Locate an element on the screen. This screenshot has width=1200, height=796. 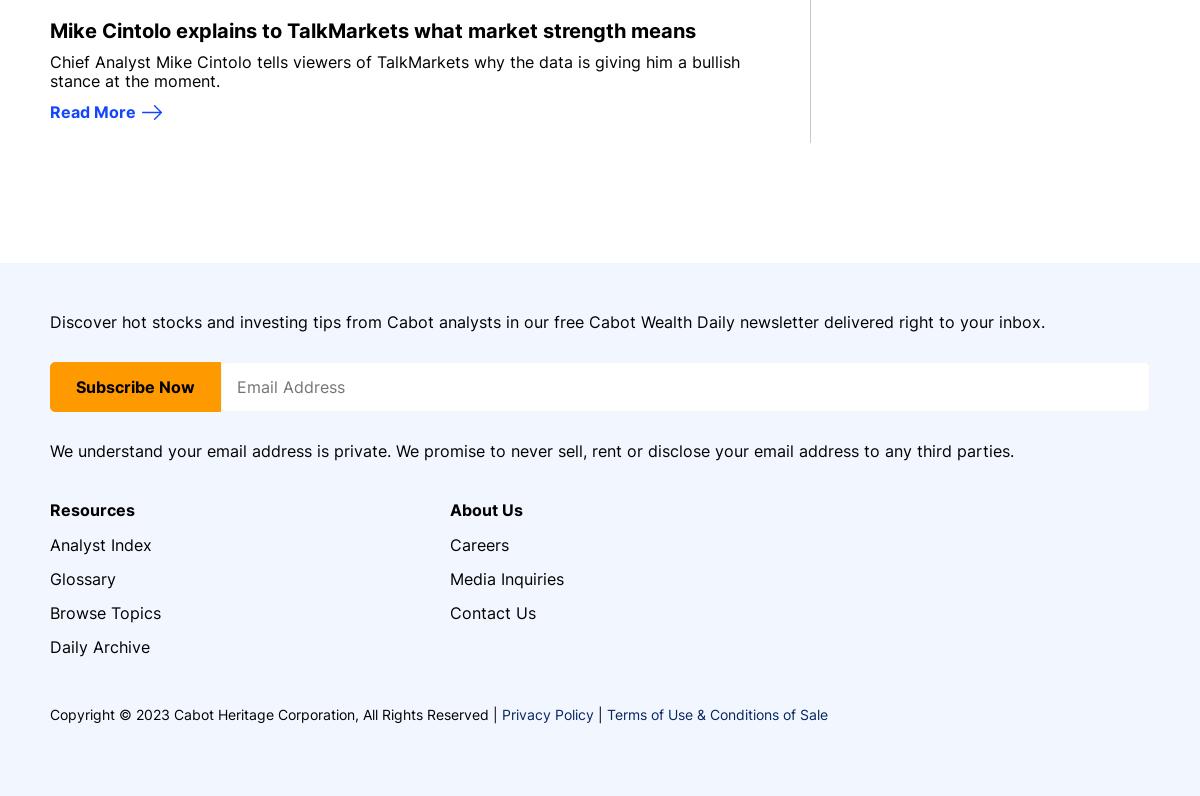
'Chief Analyst Mike Cintolo tells viewers of TalkMarkets why the data is giving him a bullish stance at the moment.' is located at coordinates (395, 70).